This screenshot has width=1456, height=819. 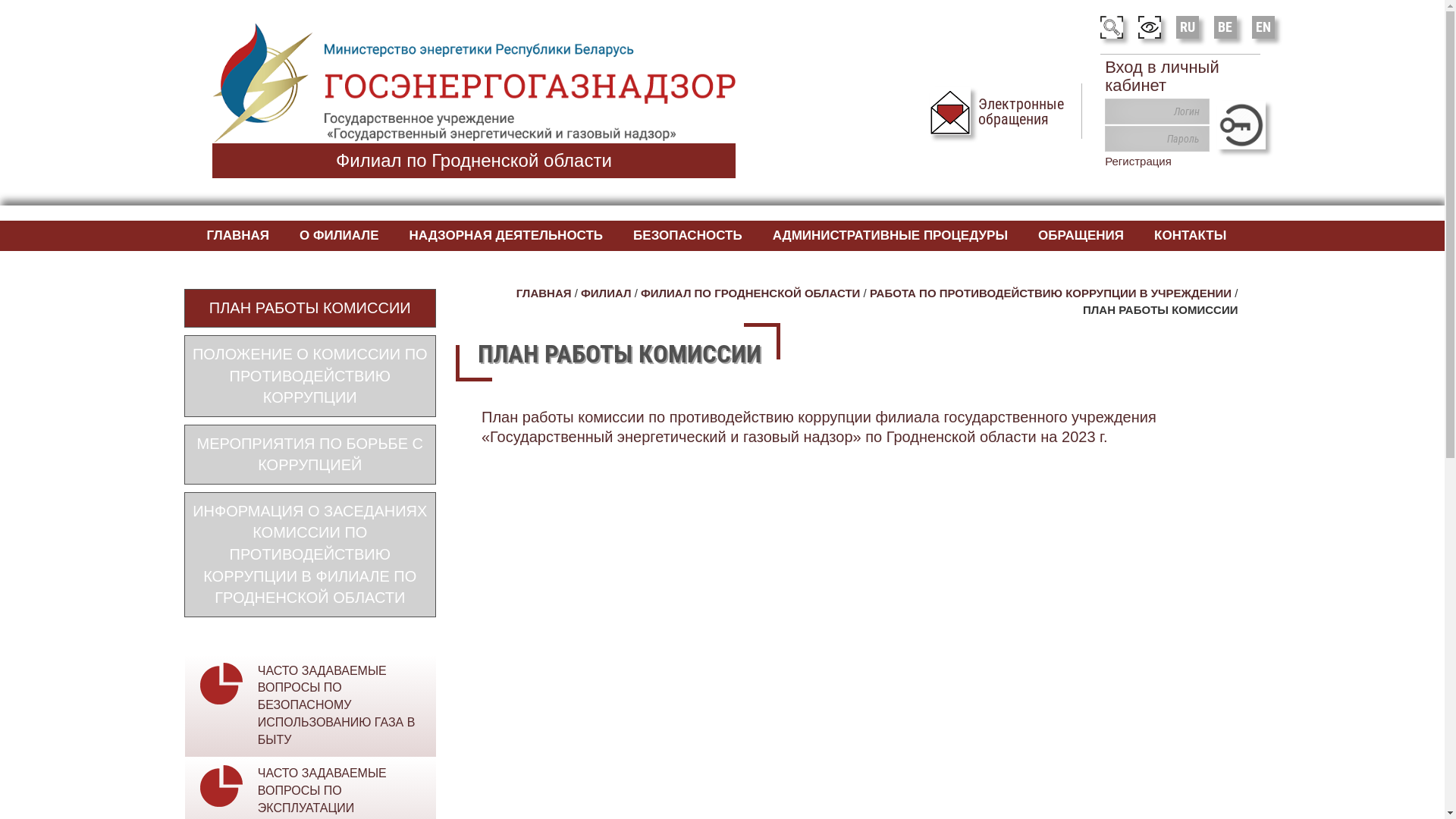 I want to click on 'EN', so click(x=1263, y=26).